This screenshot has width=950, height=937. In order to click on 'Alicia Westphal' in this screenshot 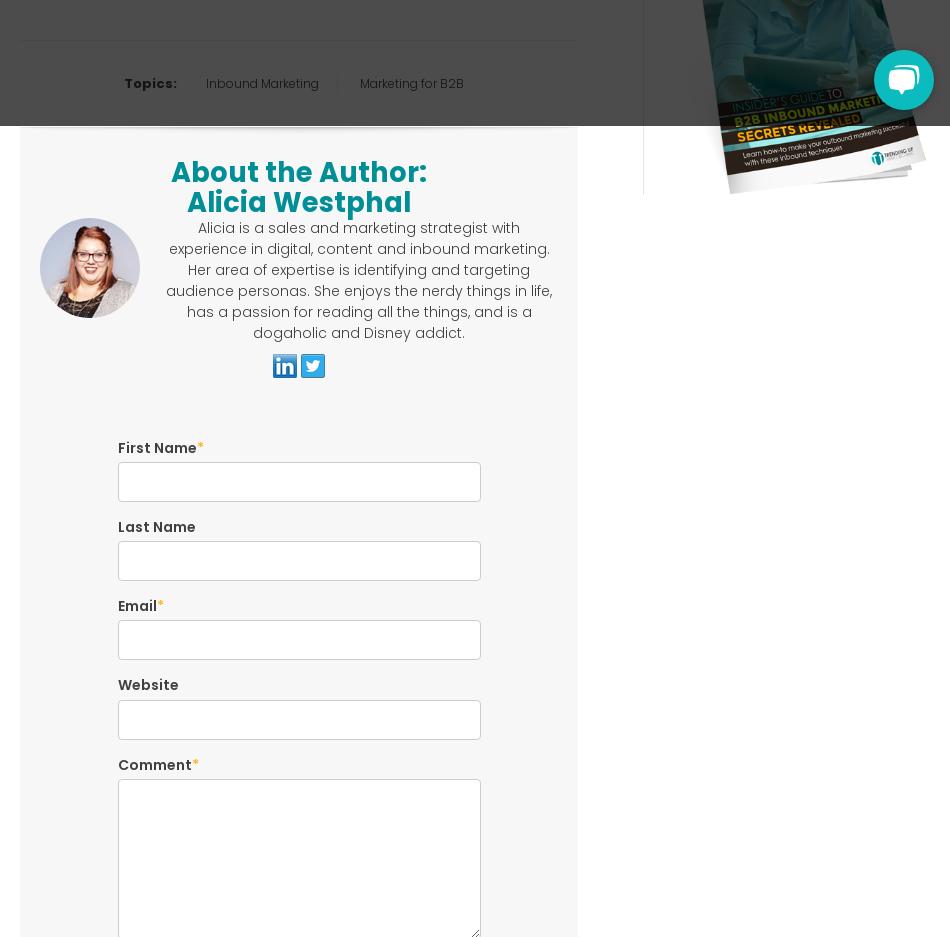, I will do `click(297, 202)`.